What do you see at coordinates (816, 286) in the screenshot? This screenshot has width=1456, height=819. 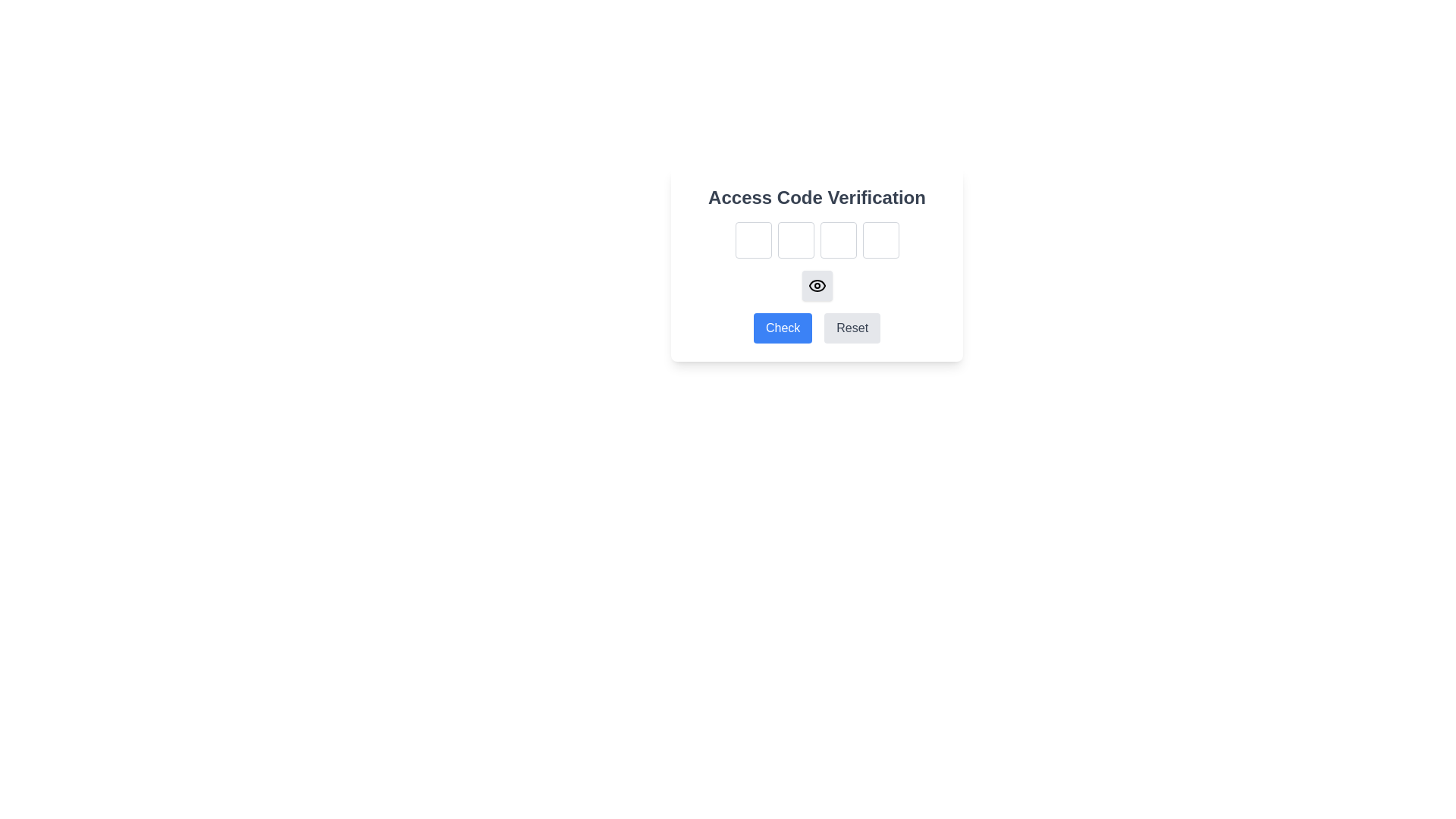 I see `the button with an eye icon` at bounding box center [816, 286].